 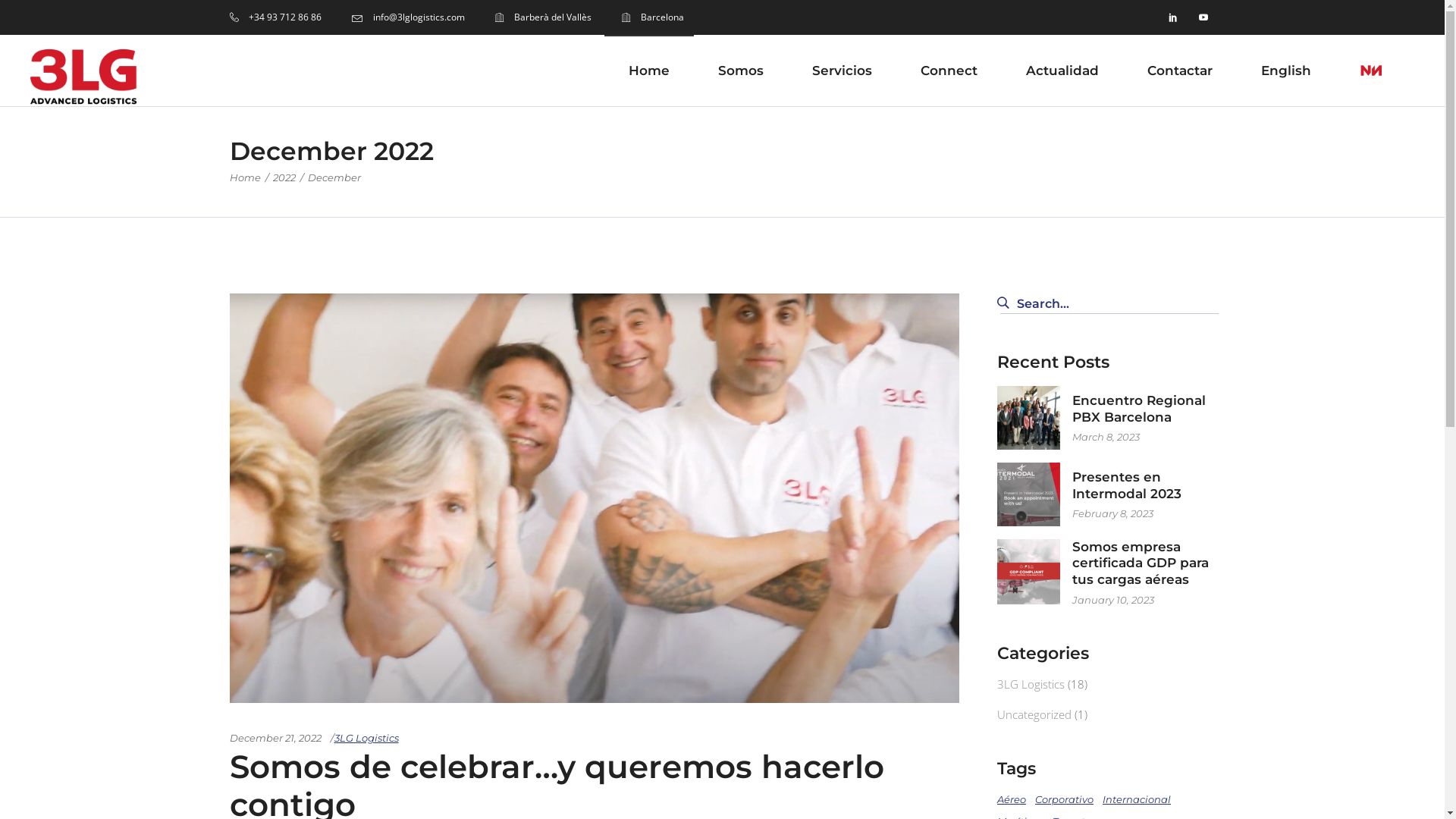 I want to click on 'info@3lglogistics.com', so click(x=408, y=17).